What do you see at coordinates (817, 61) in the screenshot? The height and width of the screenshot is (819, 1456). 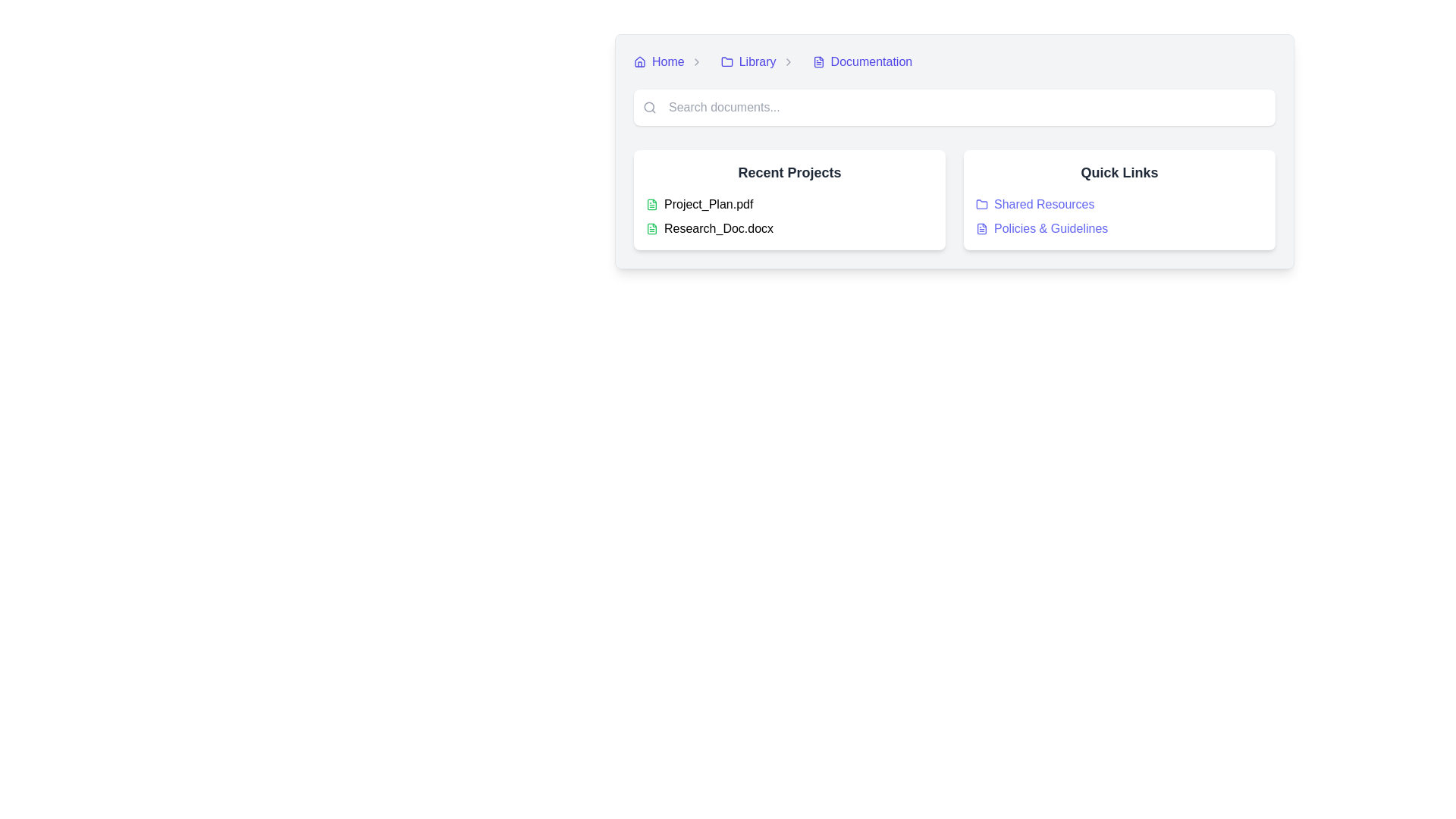 I see `the 'Documentation' icon located at the far-right within the navigation breadcrumb bar, adjacent to the 'Documentation' link` at bounding box center [817, 61].